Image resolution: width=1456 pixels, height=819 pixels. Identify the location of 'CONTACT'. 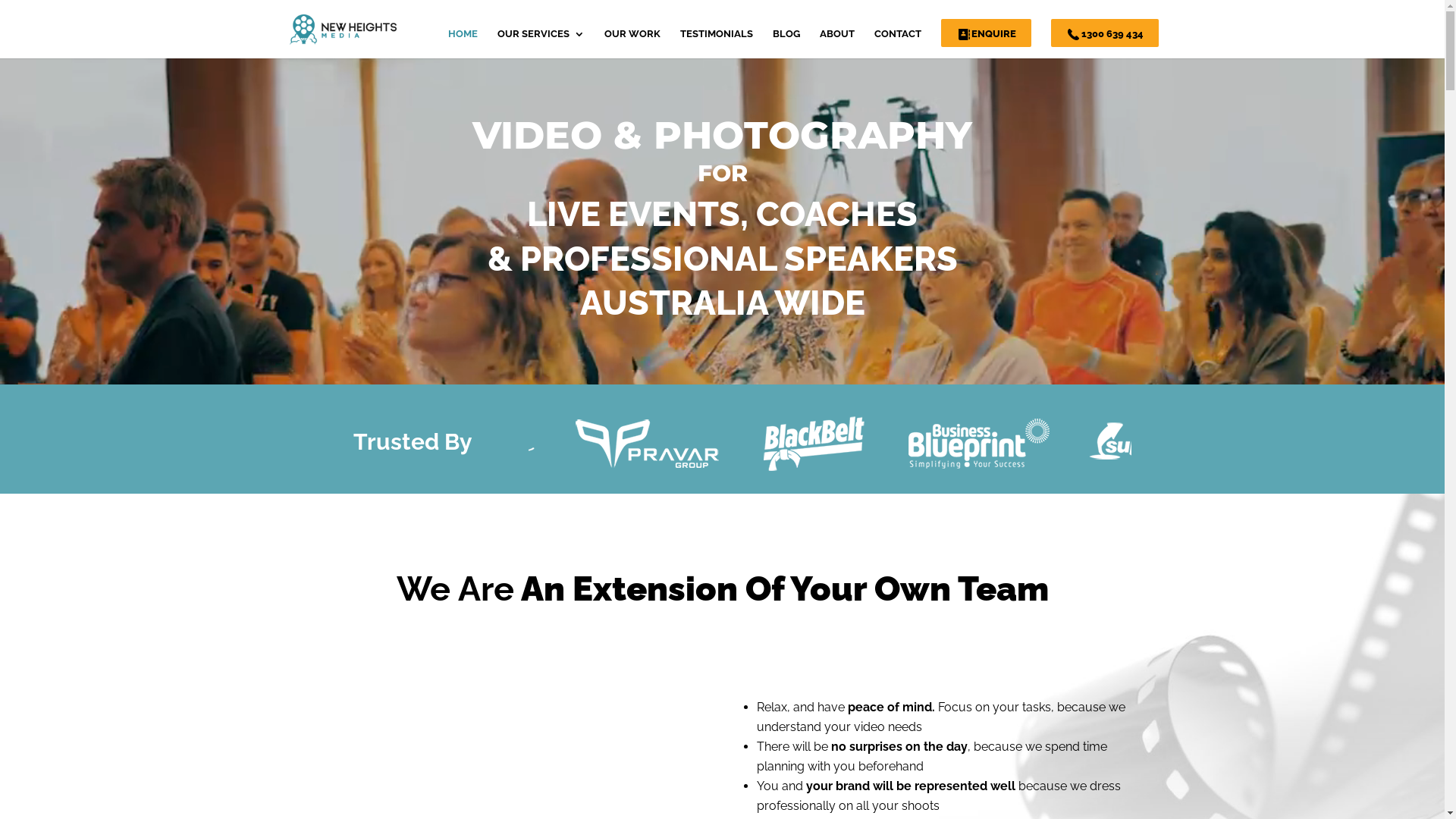
(896, 42).